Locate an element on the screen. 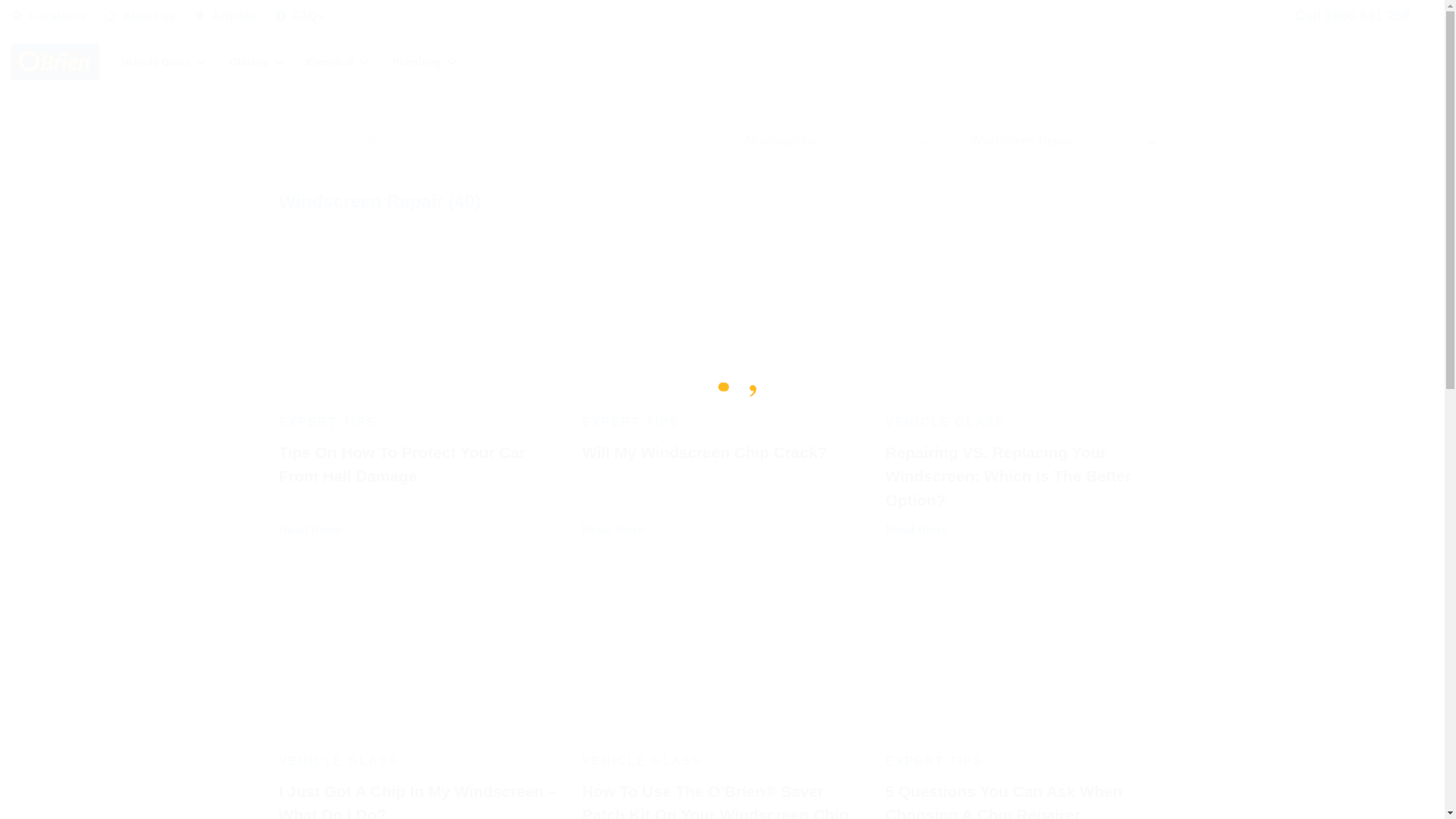  'Locations' is located at coordinates (58, 16).